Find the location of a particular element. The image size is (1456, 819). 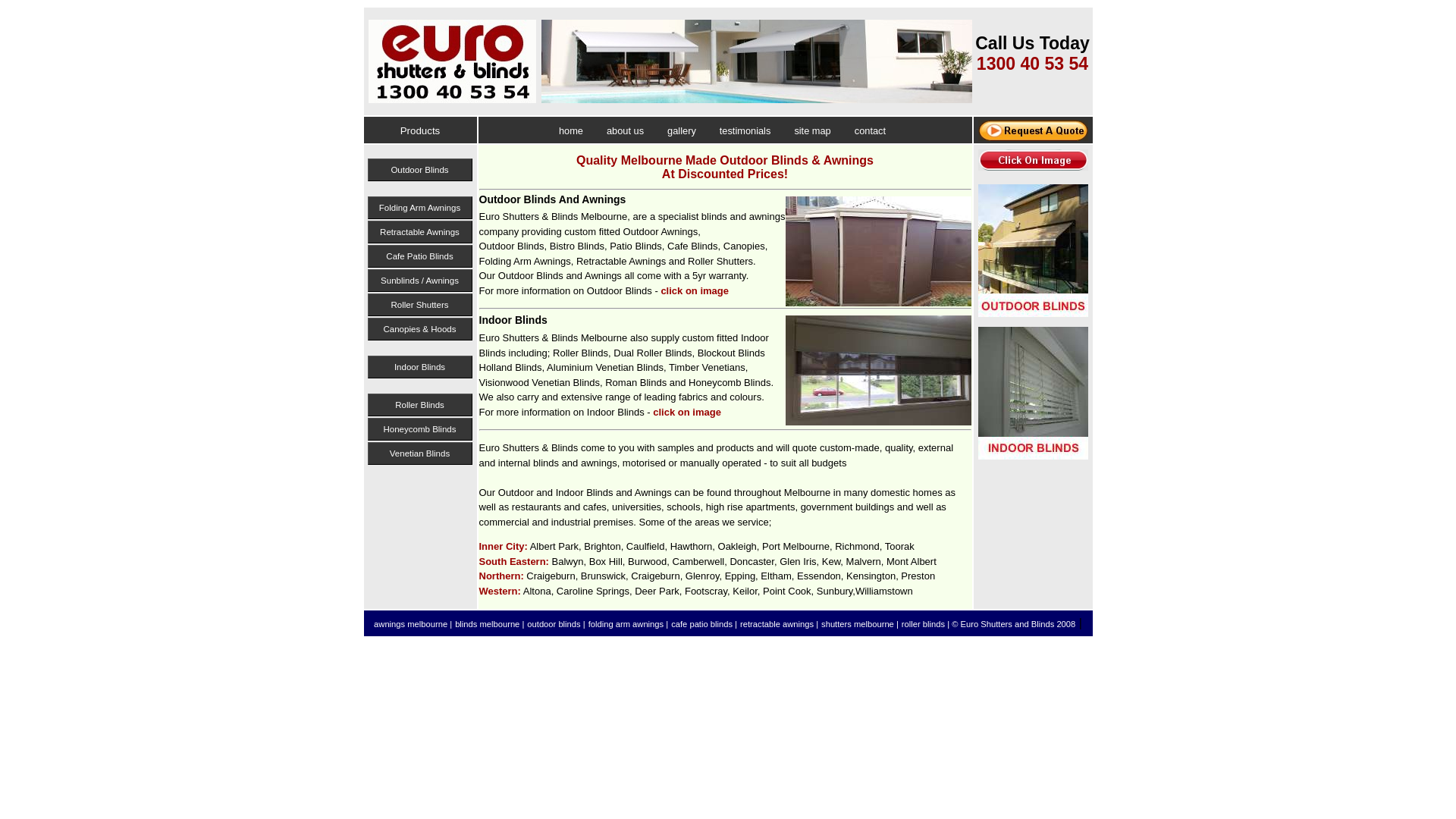

'Folding Arm Awnings' is located at coordinates (419, 207).